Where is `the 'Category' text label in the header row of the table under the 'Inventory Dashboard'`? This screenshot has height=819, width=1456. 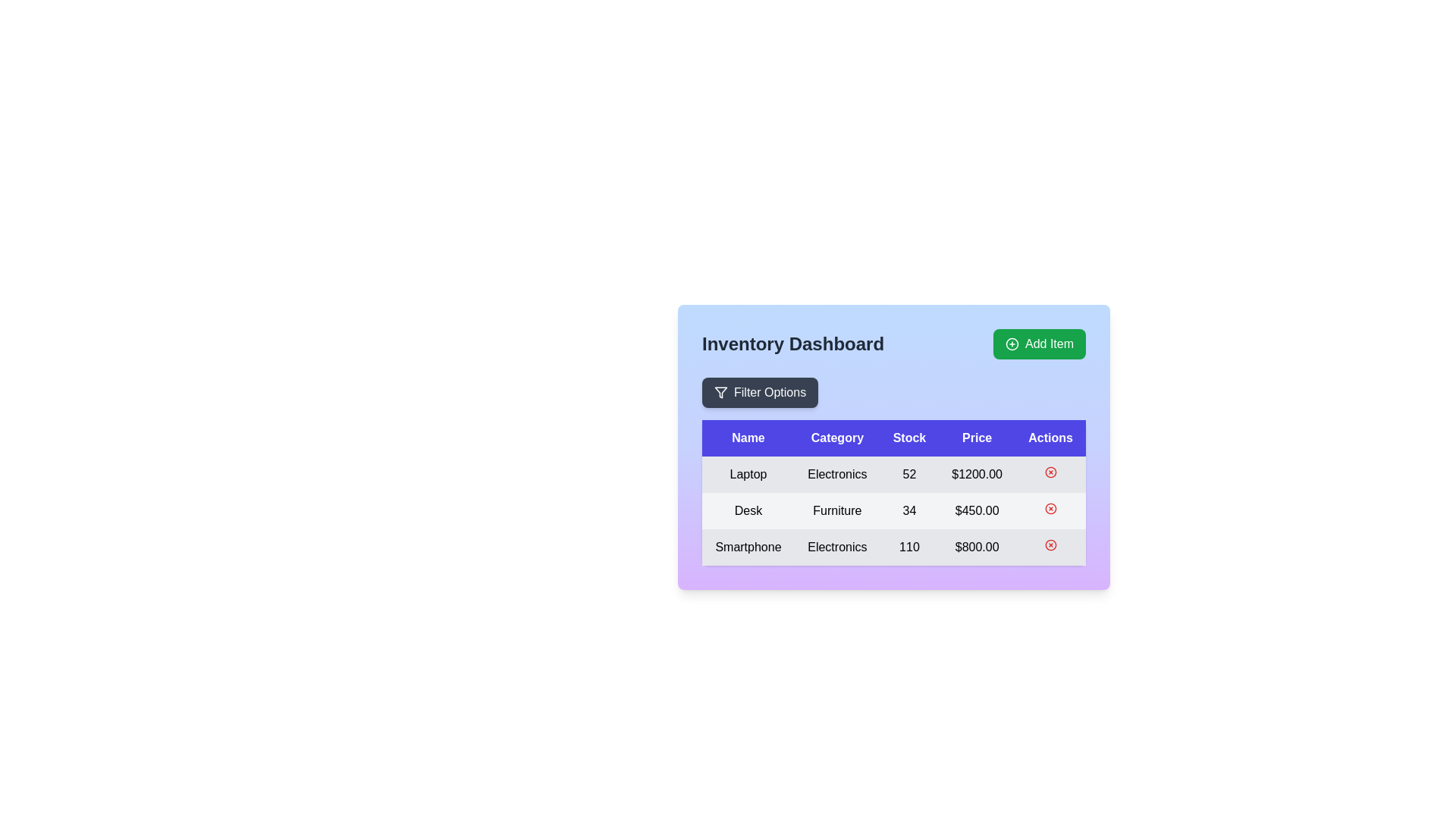
the 'Category' text label in the header row of the table under the 'Inventory Dashboard' is located at coordinates (836, 438).